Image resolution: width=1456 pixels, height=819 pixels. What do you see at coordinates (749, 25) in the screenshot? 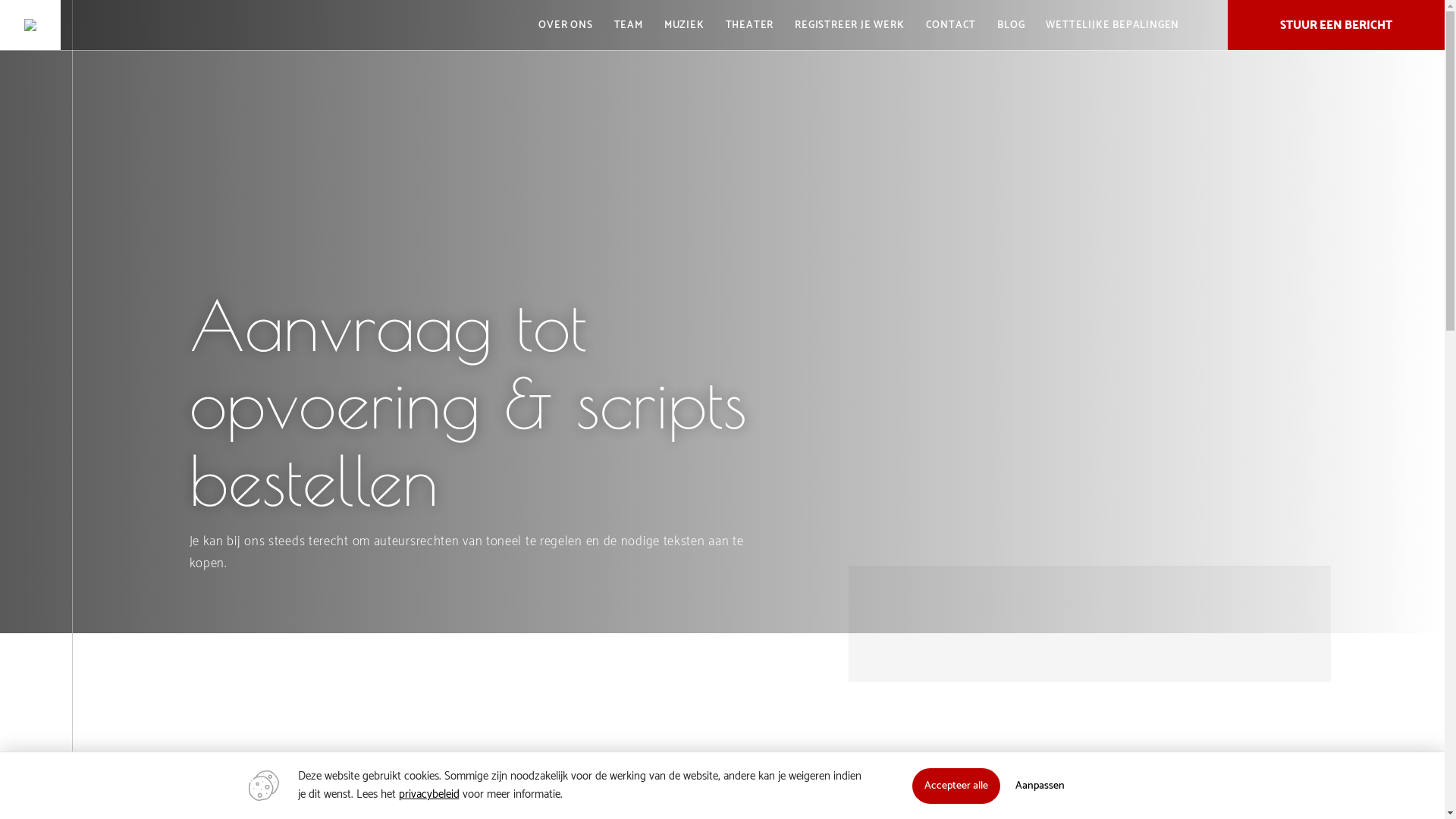
I see `'THEATER'` at bounding box center [749, 25].